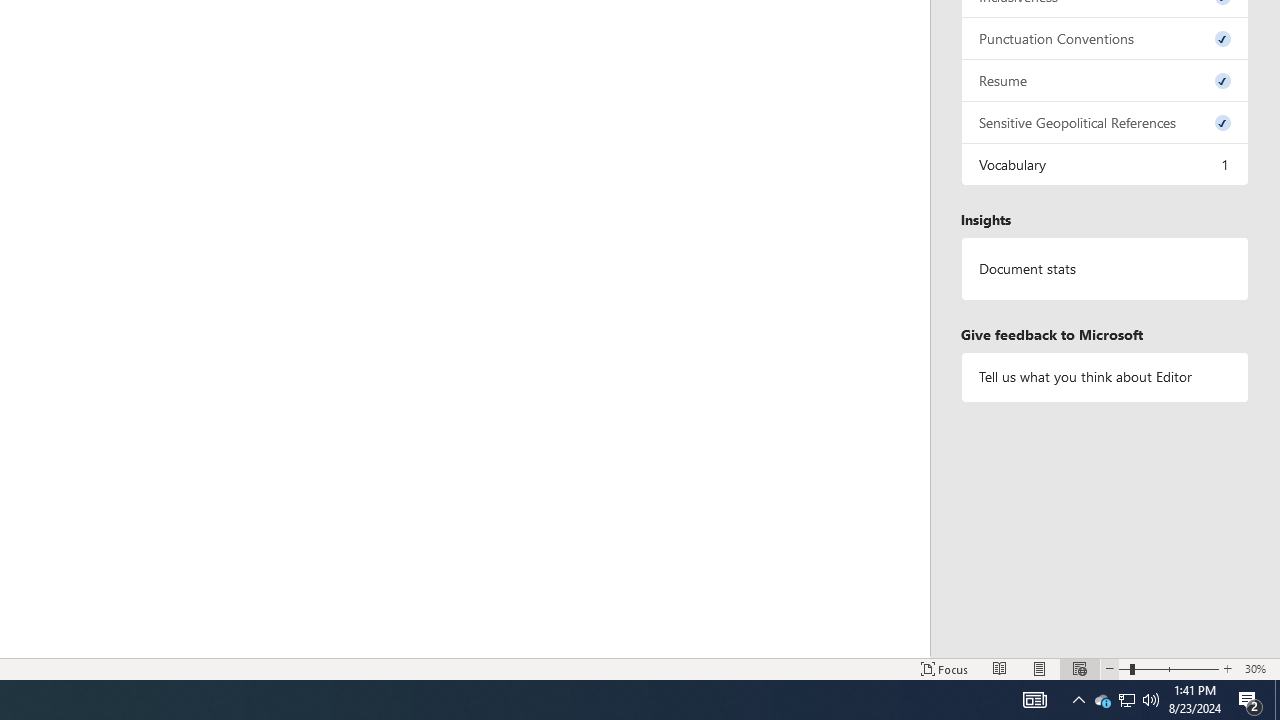 The width and height of the screenshot is (1280, 720). I want to click on 'Print Layout', so click(1040, 669).